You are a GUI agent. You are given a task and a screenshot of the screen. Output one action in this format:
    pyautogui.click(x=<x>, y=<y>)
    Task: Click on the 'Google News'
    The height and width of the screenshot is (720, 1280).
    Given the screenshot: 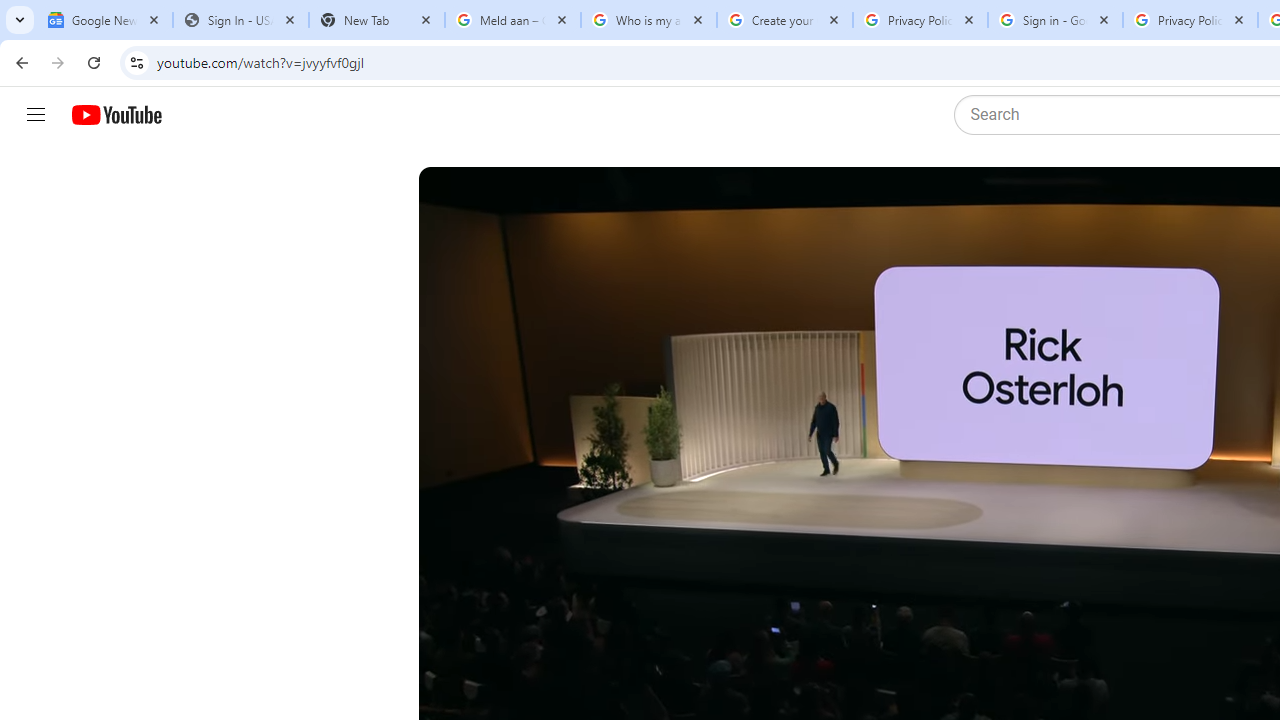 What is the action you would take?
    pyautogui.click(x=103, y=20)
    